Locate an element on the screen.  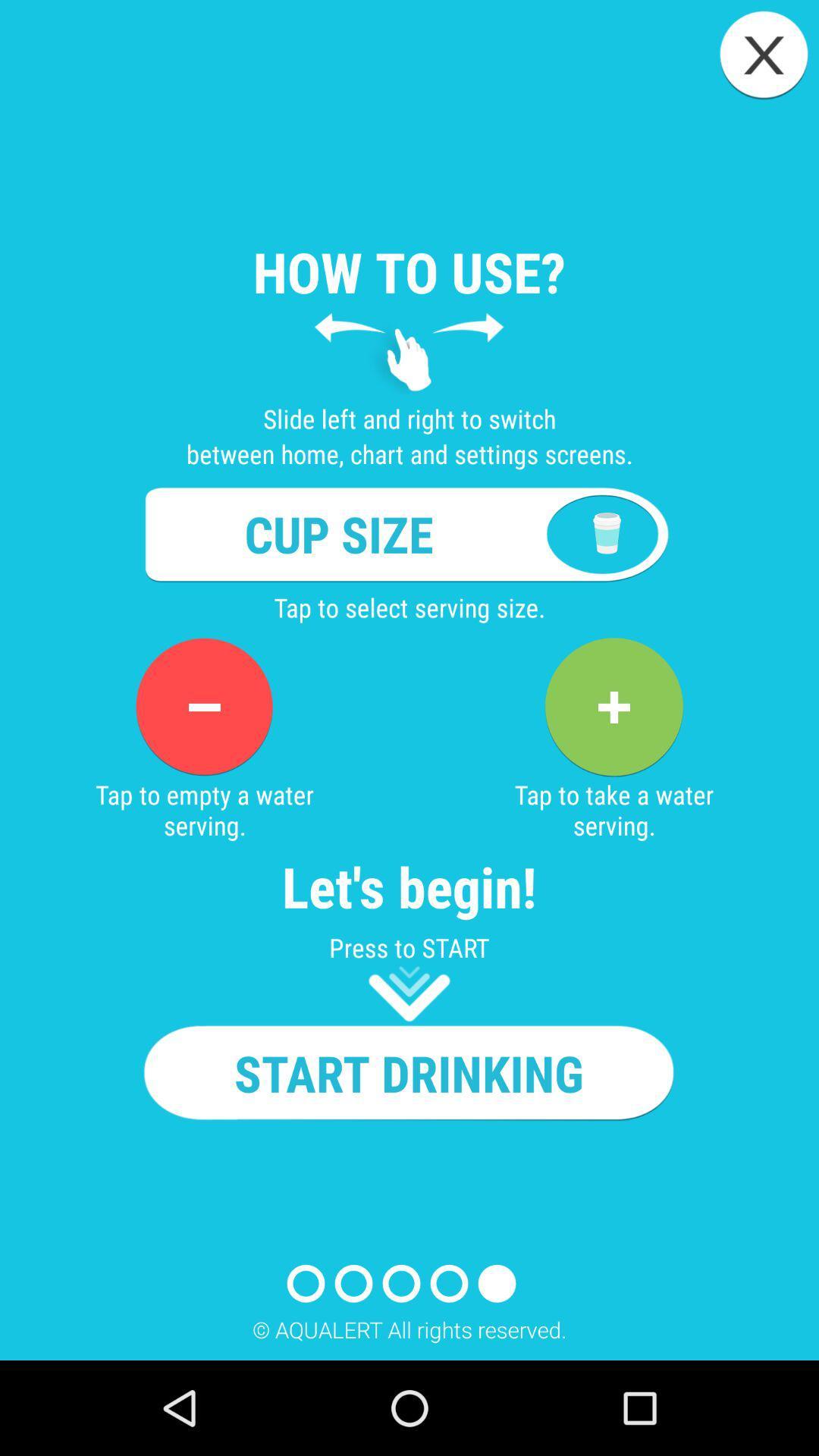
shows plus icon is located at coordinates (613, 706).